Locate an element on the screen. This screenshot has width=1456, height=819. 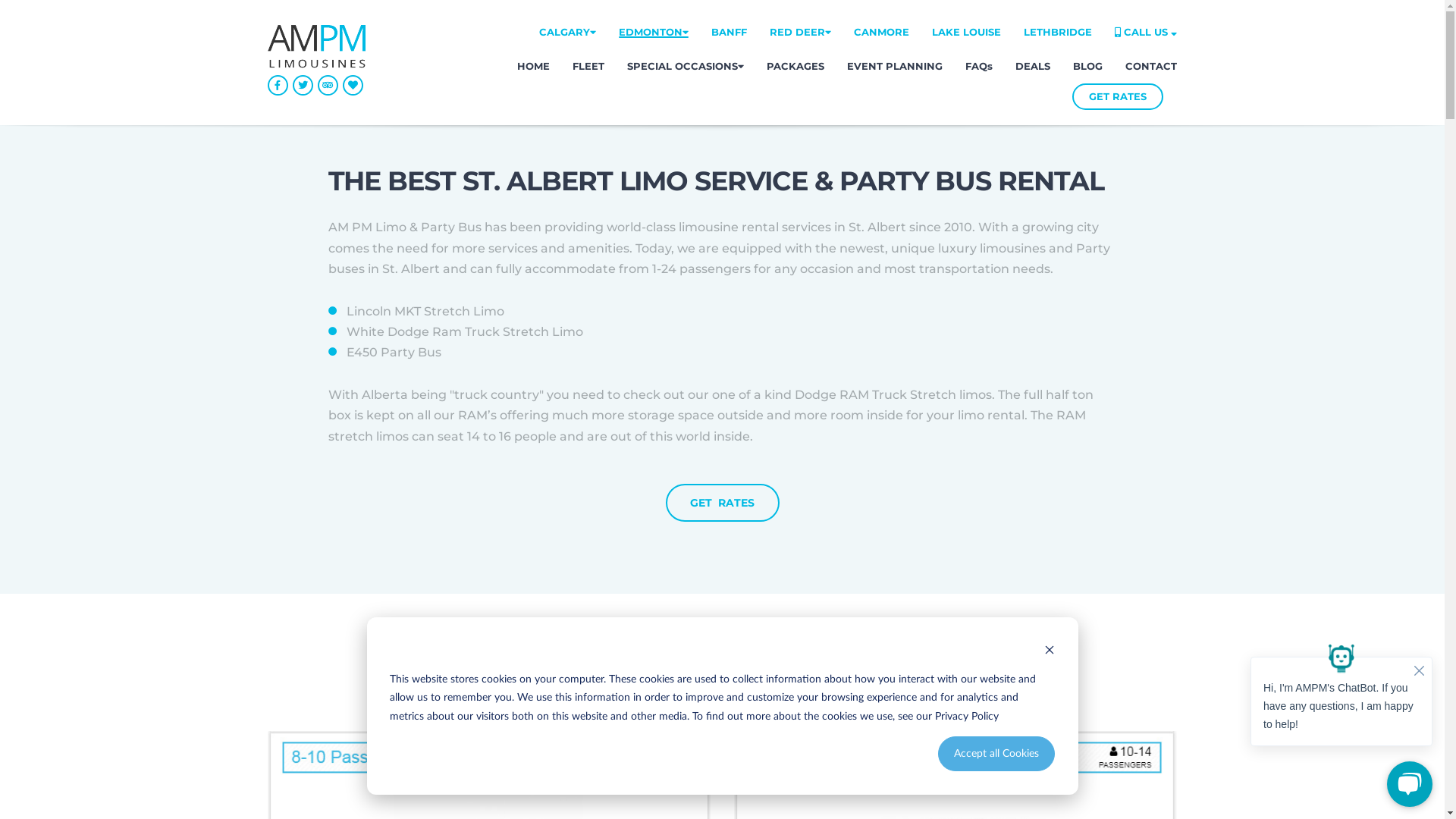
'SPECIAL OCCASIONS' is located at coordinates (684, 65).